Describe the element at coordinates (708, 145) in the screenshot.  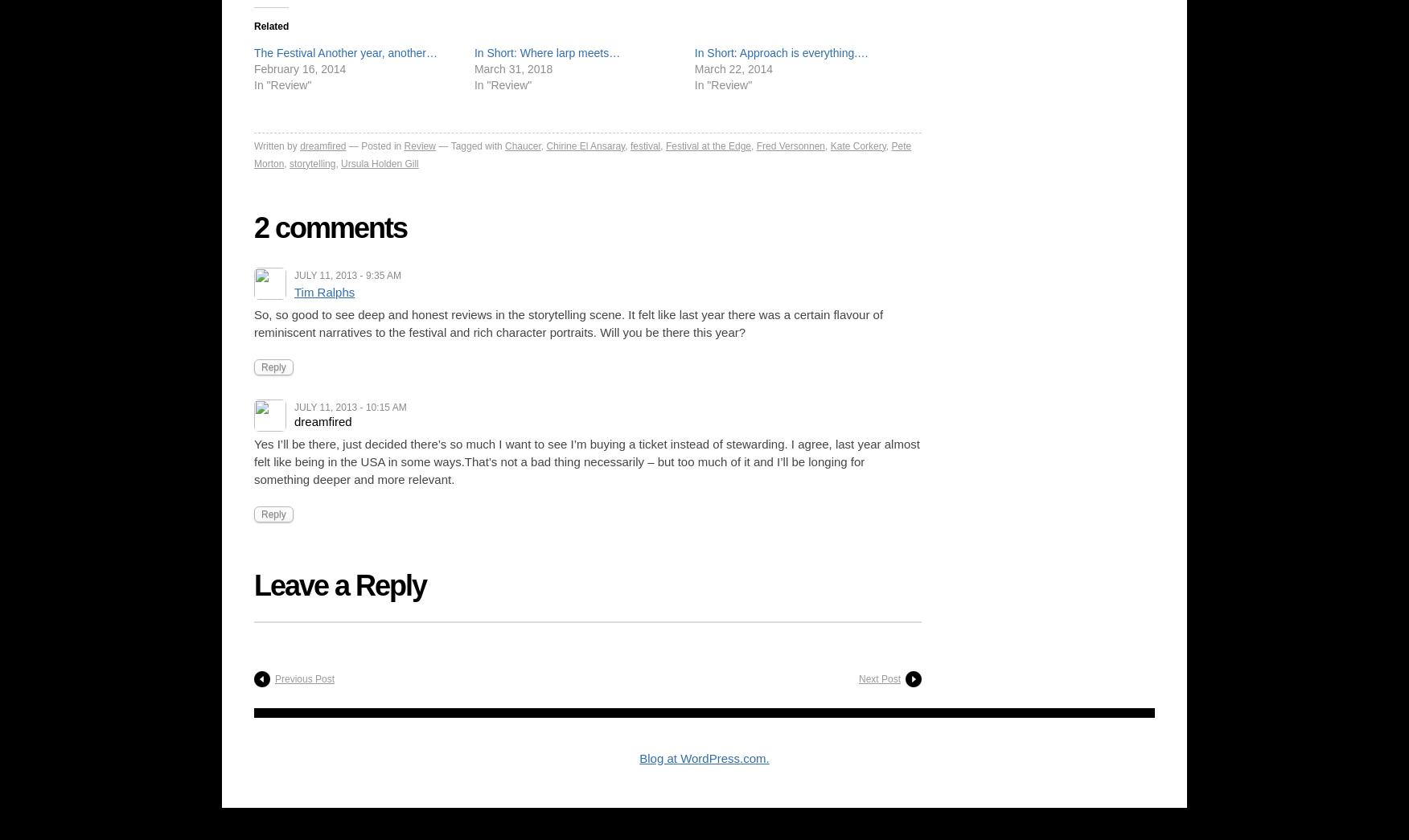
I see `'Festival at the Edge'` at that location.